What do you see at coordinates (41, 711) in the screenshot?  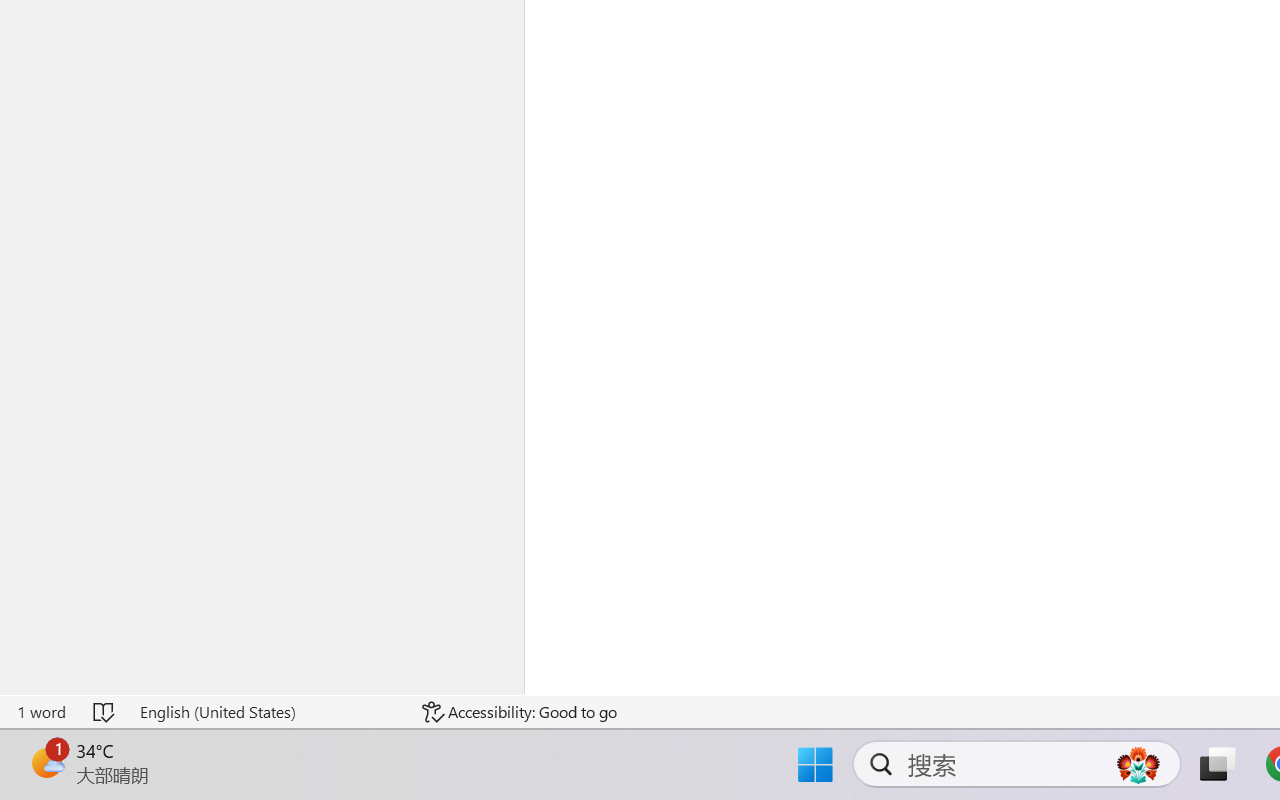 I see `'Word Count 1 word'` at bounding box center [41, 711].